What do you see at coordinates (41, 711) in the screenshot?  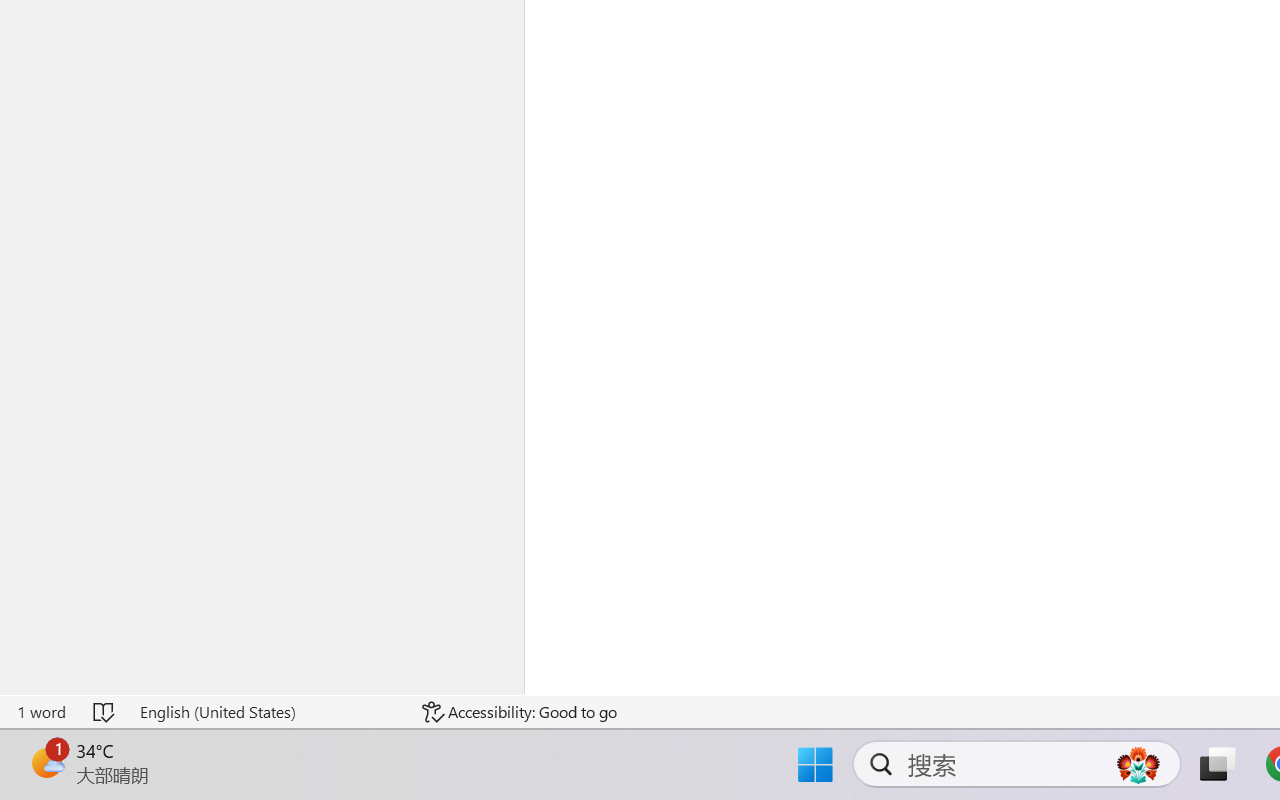 I see `'Word Count 1 word'` at bounding box center [41, 711].